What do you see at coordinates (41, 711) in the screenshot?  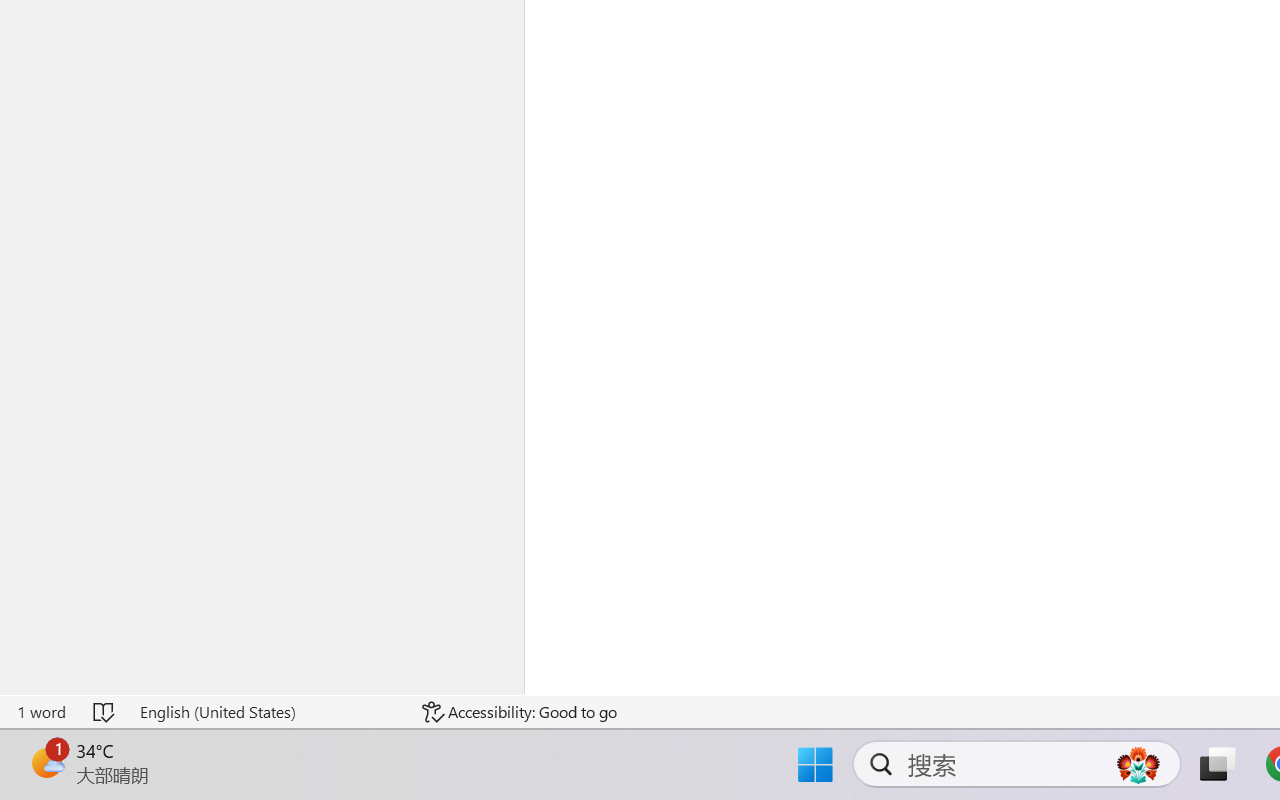 I see `'Word Count 1 word'` at bounding box center [41, 711].